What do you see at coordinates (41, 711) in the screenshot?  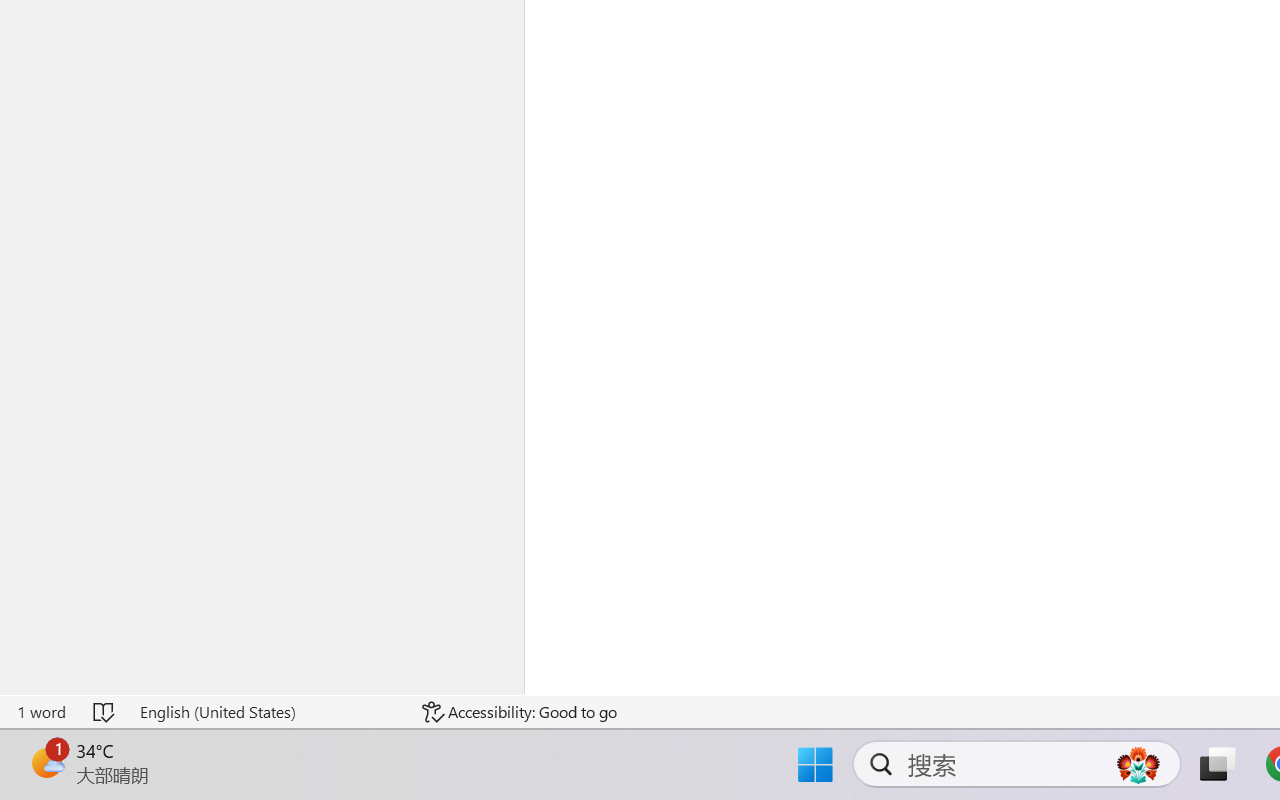 I see `'Word Count 1 word'` at bounding box center [41, 711].